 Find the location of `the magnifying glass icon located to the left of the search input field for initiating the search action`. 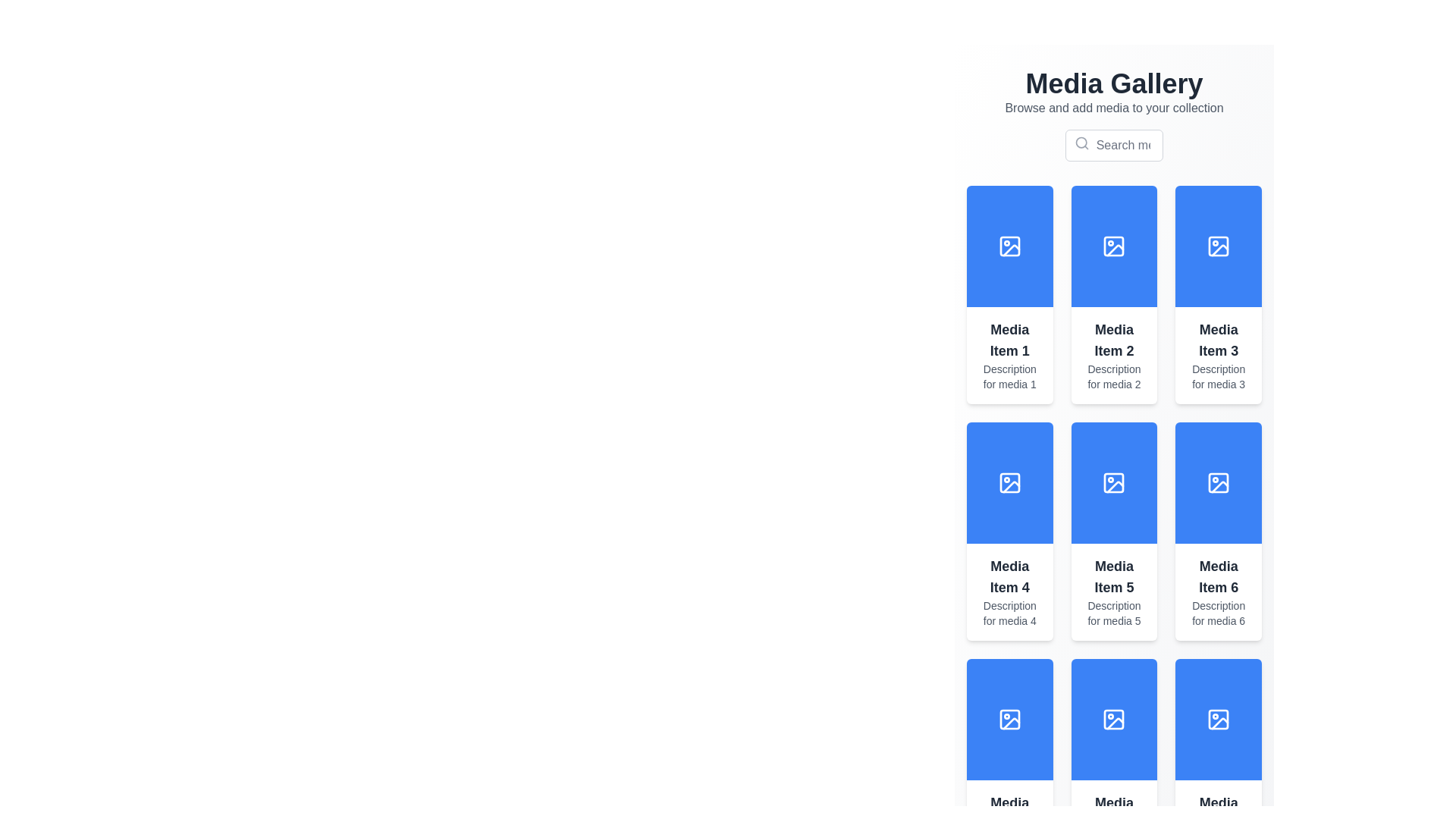

the magnifying glass icon located to the left of the search input field for initiating the search action is located at coordinates (1114, 146).